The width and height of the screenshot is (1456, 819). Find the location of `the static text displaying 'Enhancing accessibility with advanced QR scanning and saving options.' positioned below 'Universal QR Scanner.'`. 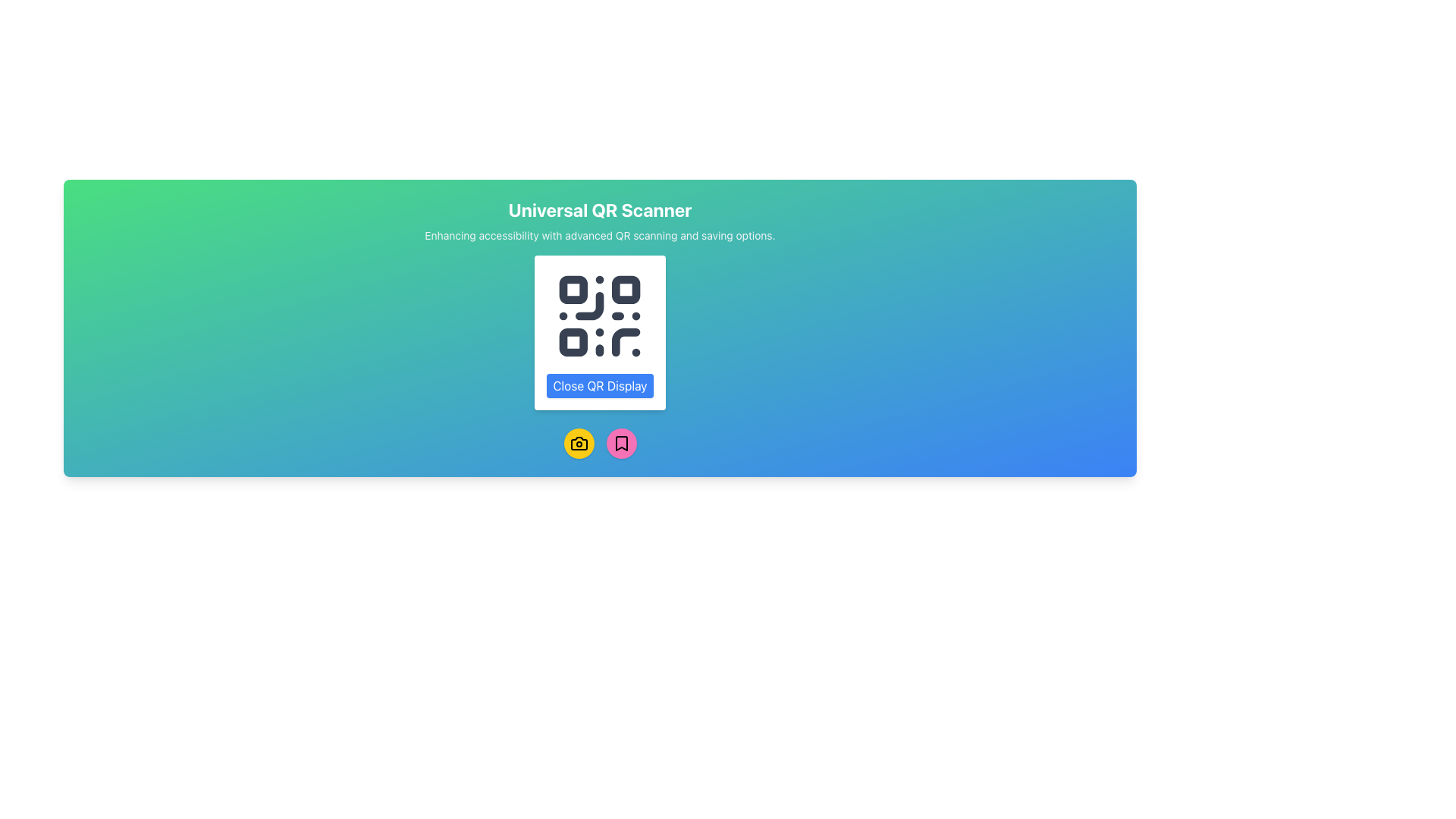

the static text displaying 'Enhancing accessibility with advanced QR scanning and saving options.' positioned below 'Universal QR Scanner.' is located at coordinates (599, 236).